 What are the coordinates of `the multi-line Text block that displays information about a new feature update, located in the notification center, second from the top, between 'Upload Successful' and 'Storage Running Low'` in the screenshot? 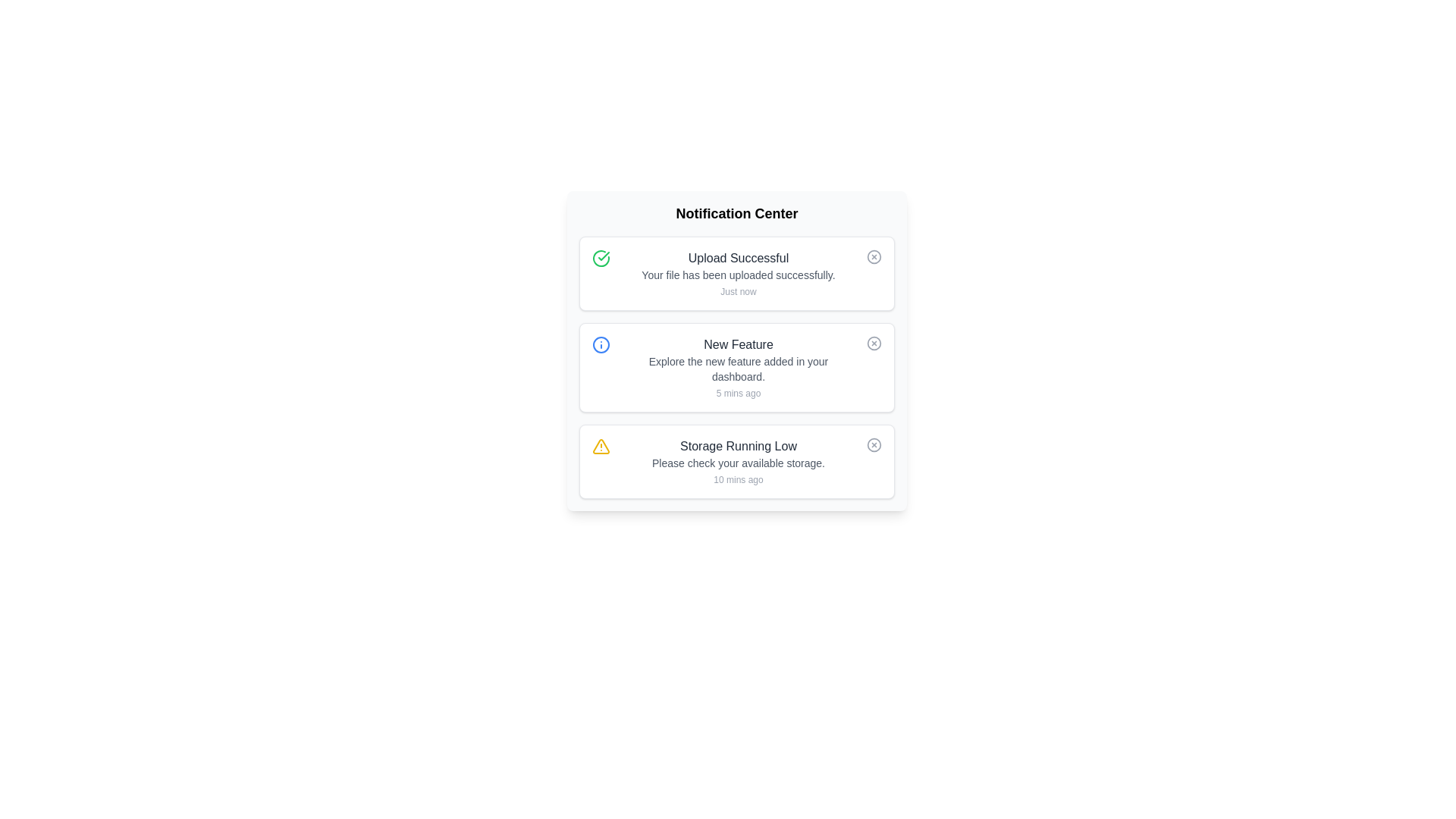 It's located at (739, 368).